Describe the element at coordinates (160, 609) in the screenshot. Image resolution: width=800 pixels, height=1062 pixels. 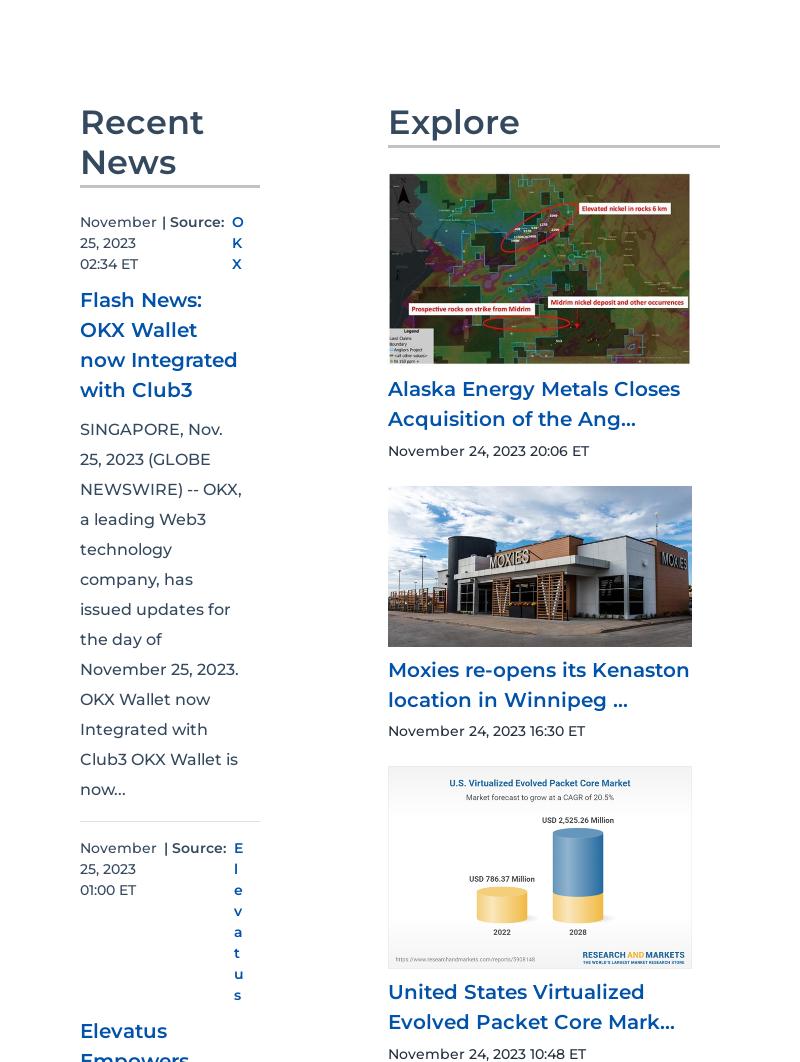
I see `'SINGAPORE, Nov.  25, 2023  (GLOBE NEWSWIRE) -- OKX, a leading Web3 technology company, has issued updates for the day of November 25, 2023.  OKX Wallet now Integrated with Club3  OKX Wallet is now...'` at that location.